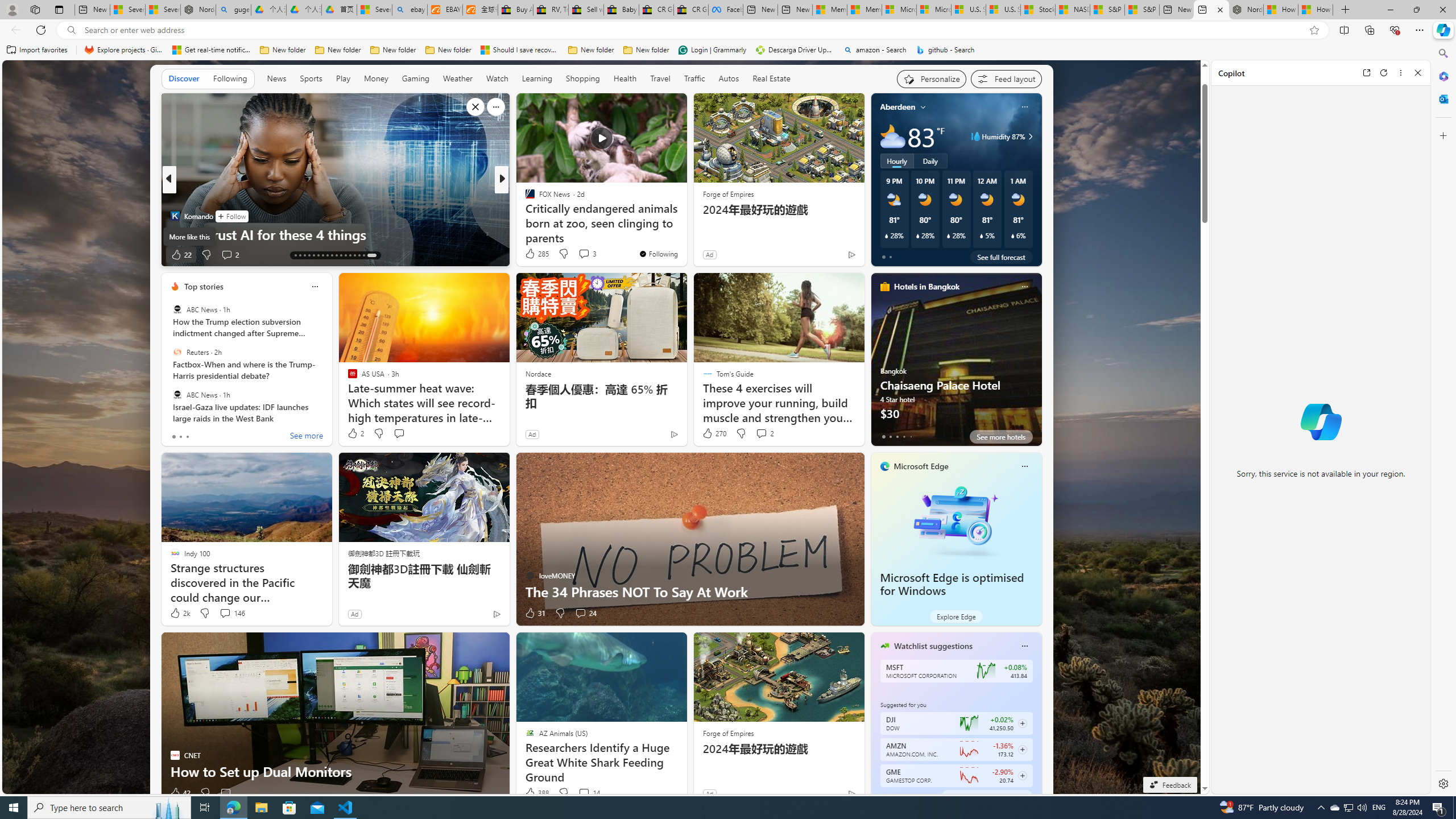 Image resolution: width=1456 pixels, height=819 pixels. I want to click on 'Microsoft Edge is optimised for Windows', so click(952, 584).